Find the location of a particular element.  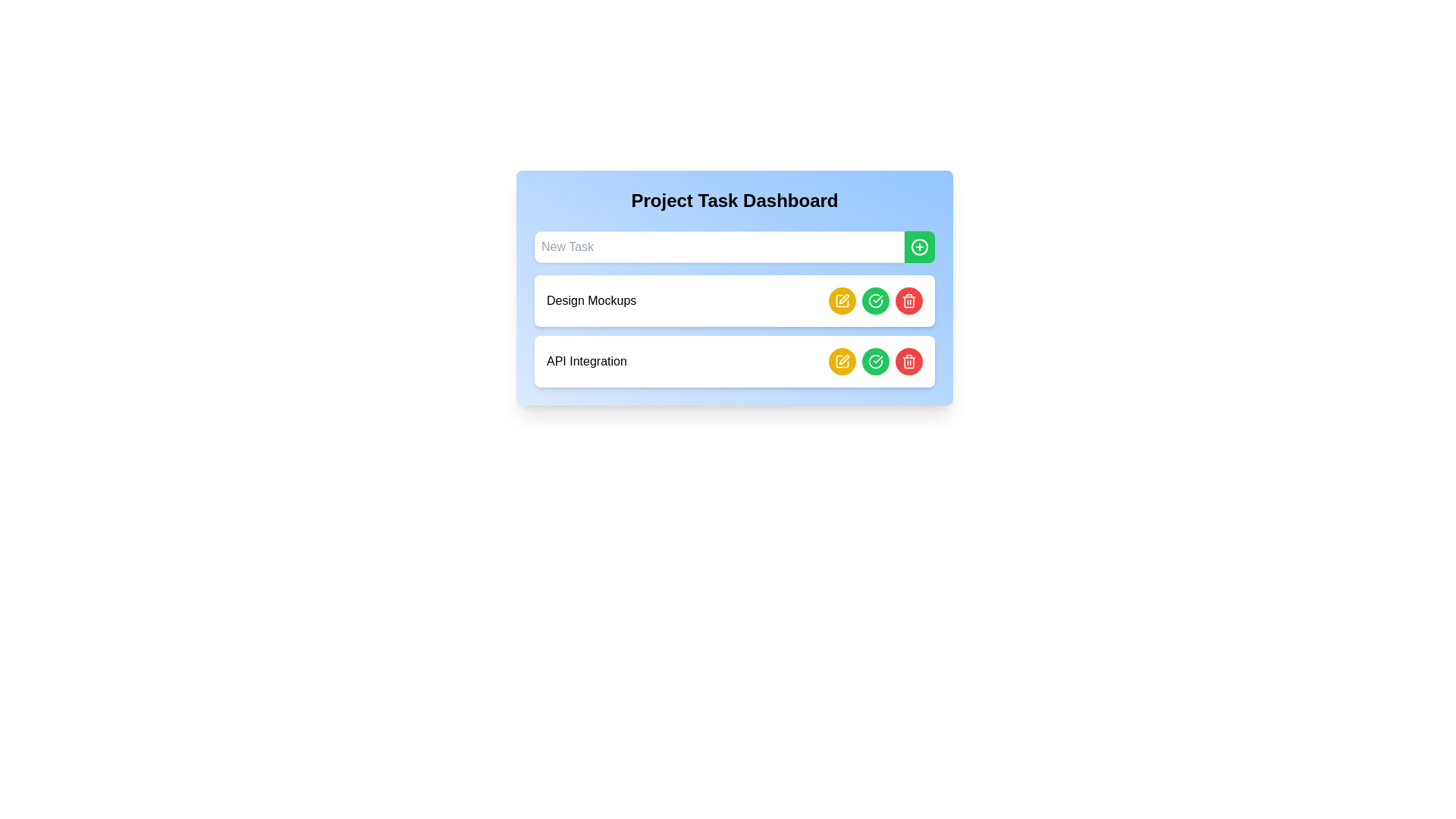

the edit button located in the second task section labeled 'API Integration', which is the middle icon among the three buttons on the right side of this section is located at coordinates (843, 299).